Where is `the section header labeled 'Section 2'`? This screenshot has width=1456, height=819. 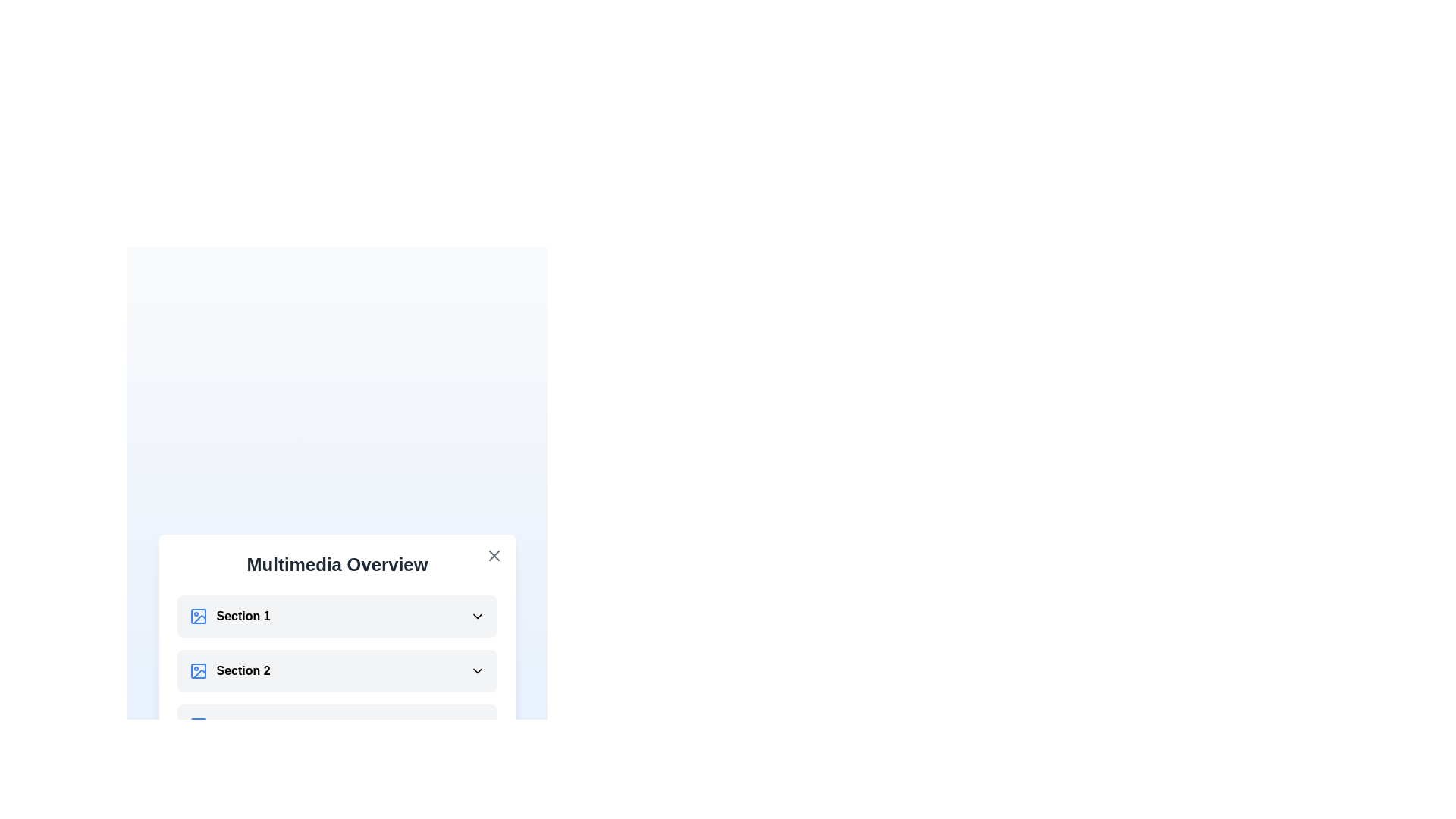 the section header labeled 'Section 2' is located at coordinates (229, 670).